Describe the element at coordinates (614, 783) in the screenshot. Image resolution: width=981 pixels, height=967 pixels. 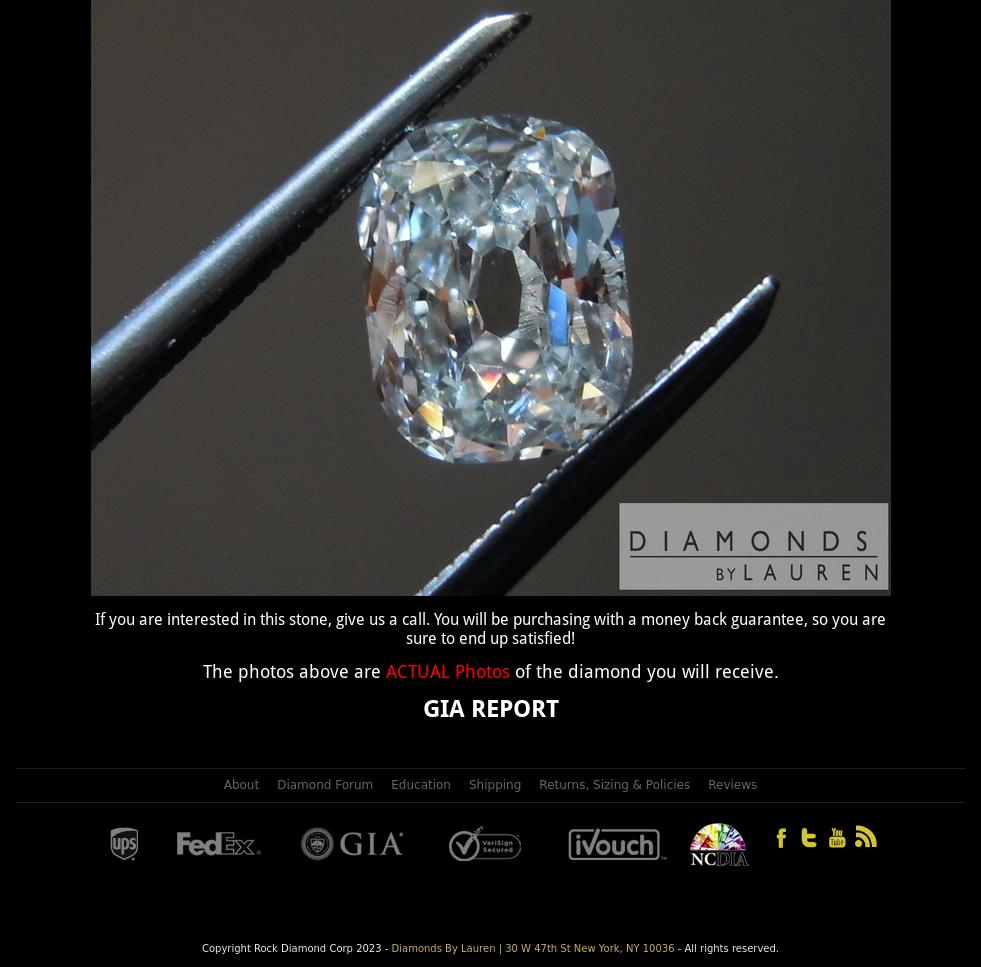
I see `'Returns, Sizing & Policies'` at that location.